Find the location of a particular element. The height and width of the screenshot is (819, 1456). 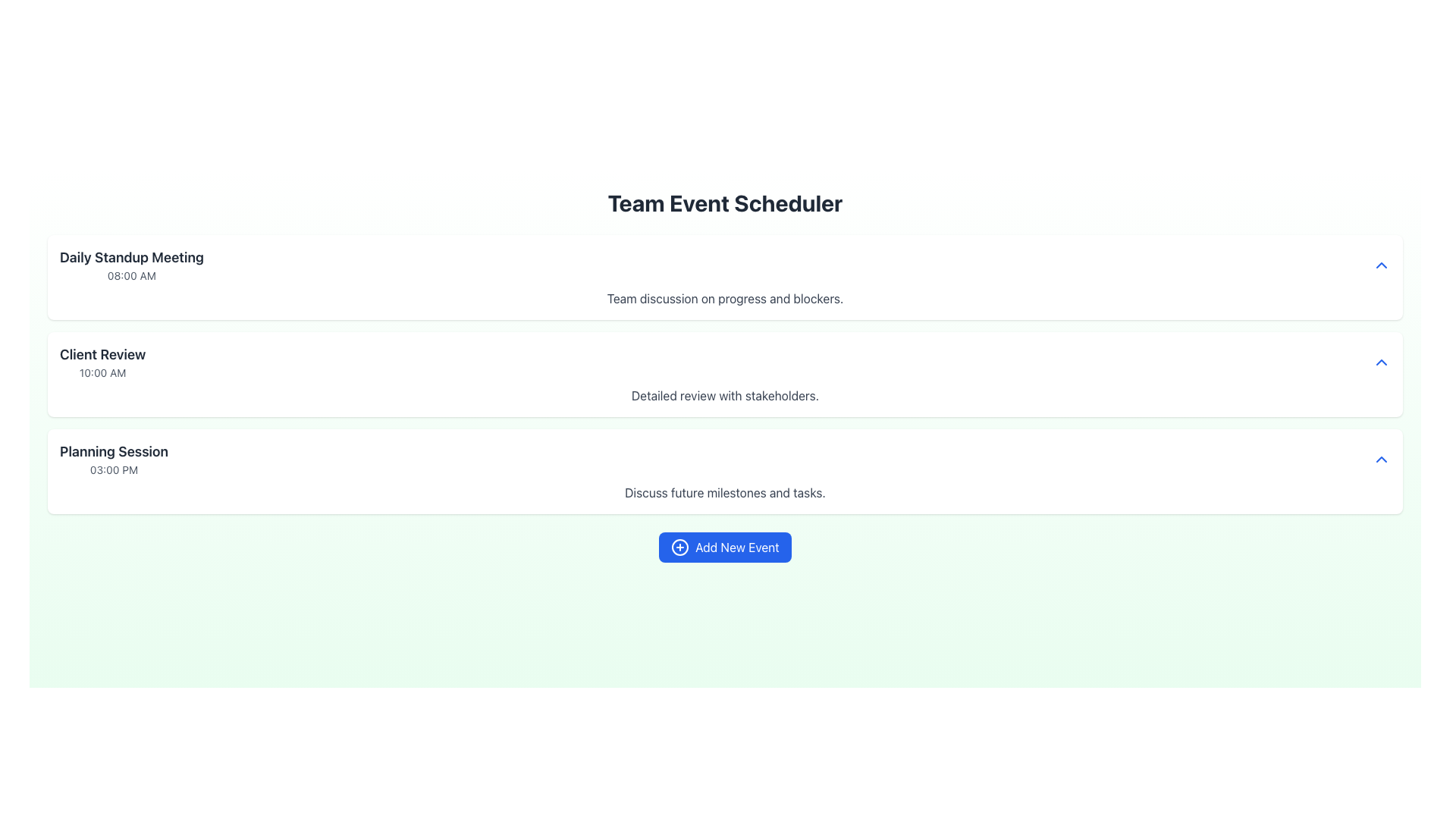

the 'Team Event Scheduler' text label, which is a bold, extra-large heading displayed in dark gray at the top of the interface is located at coordinates (724, 202).